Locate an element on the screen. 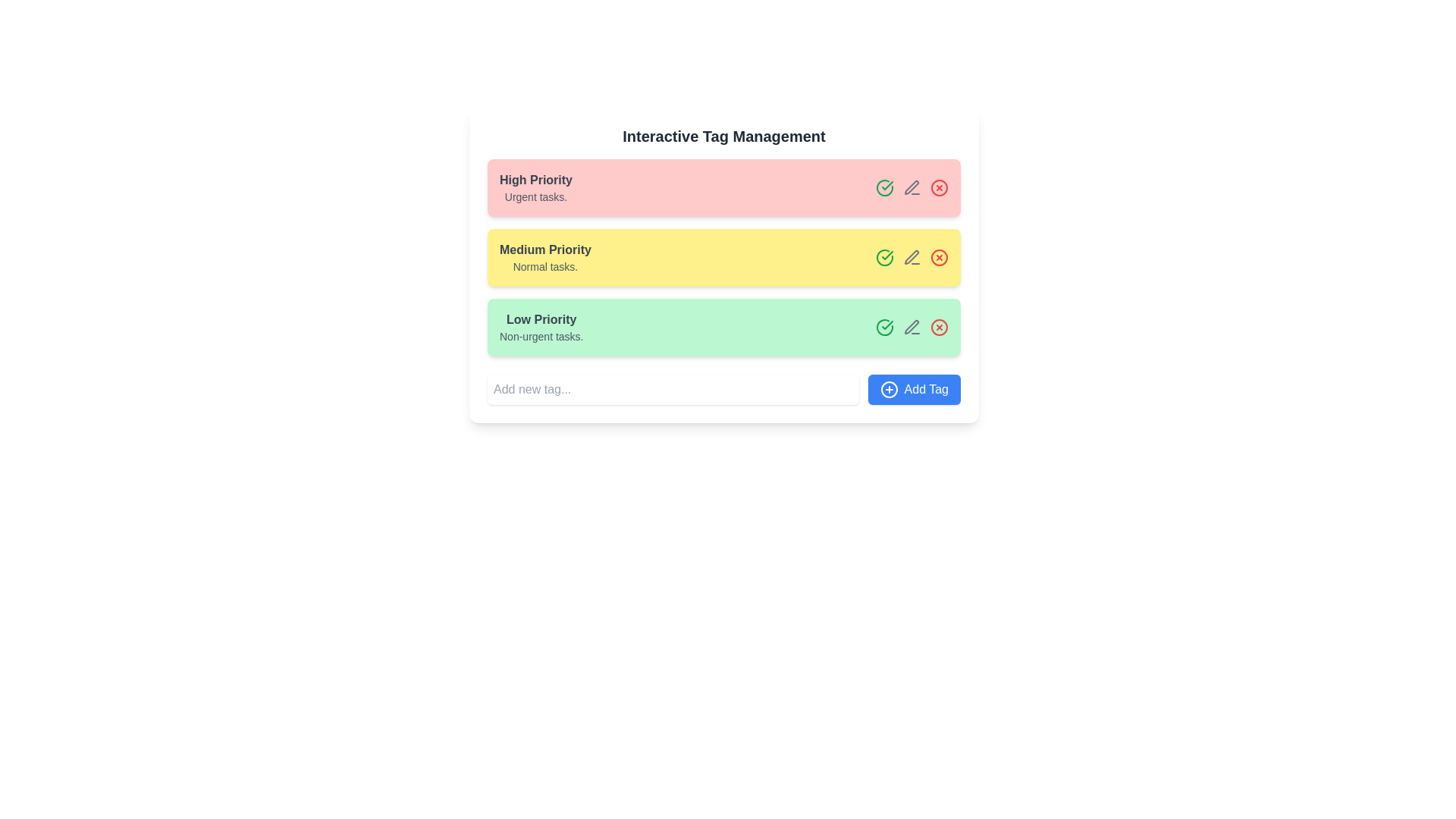  the interactive icon in the 'Medium Priority' section, located at the first position to the left of the 'Edit' and 'Delete' icons is located at coordinates (884, 256).